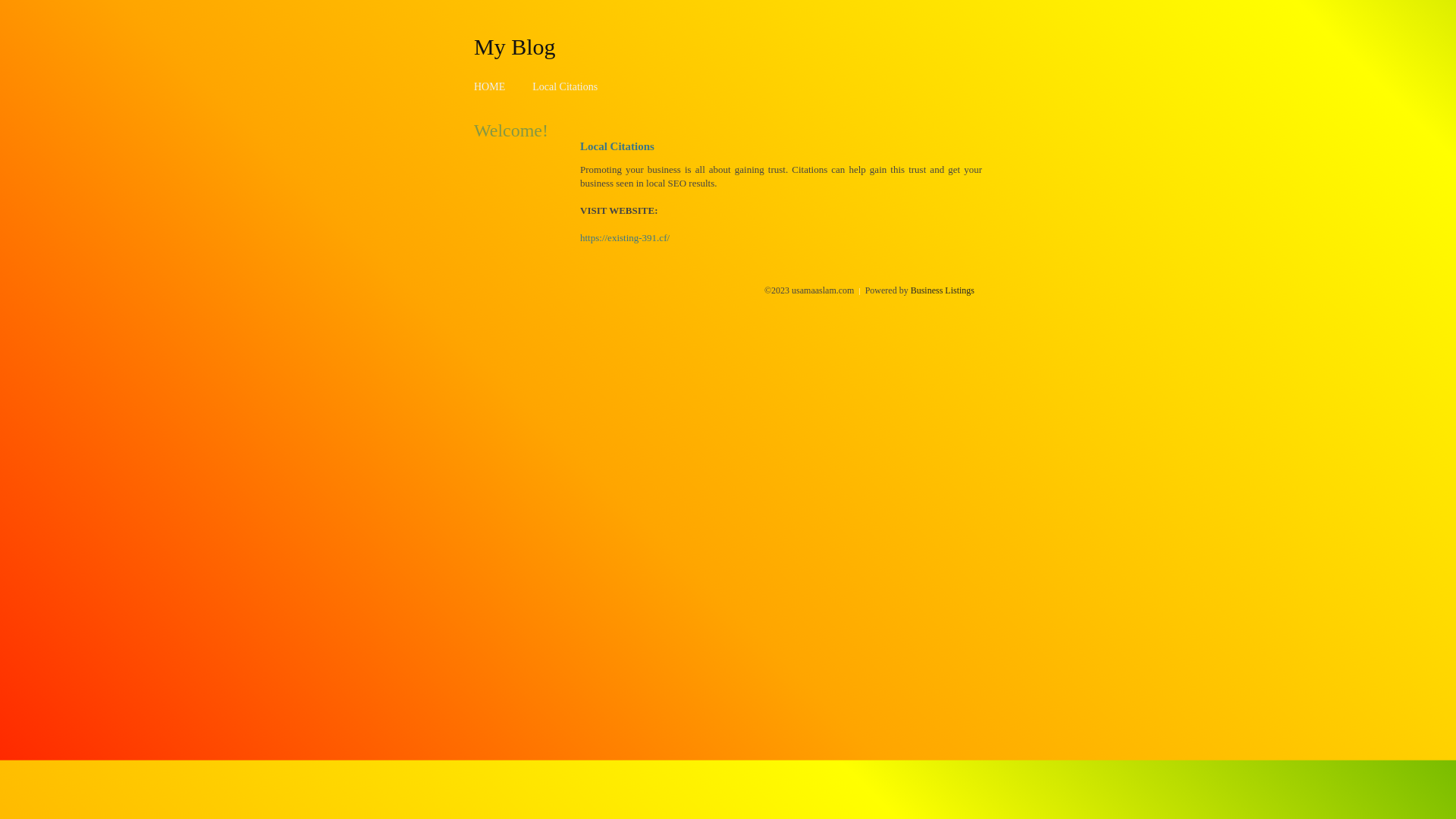 The image size is (1456, 819). I want to click on 'Business Listings', so click(942, 290).